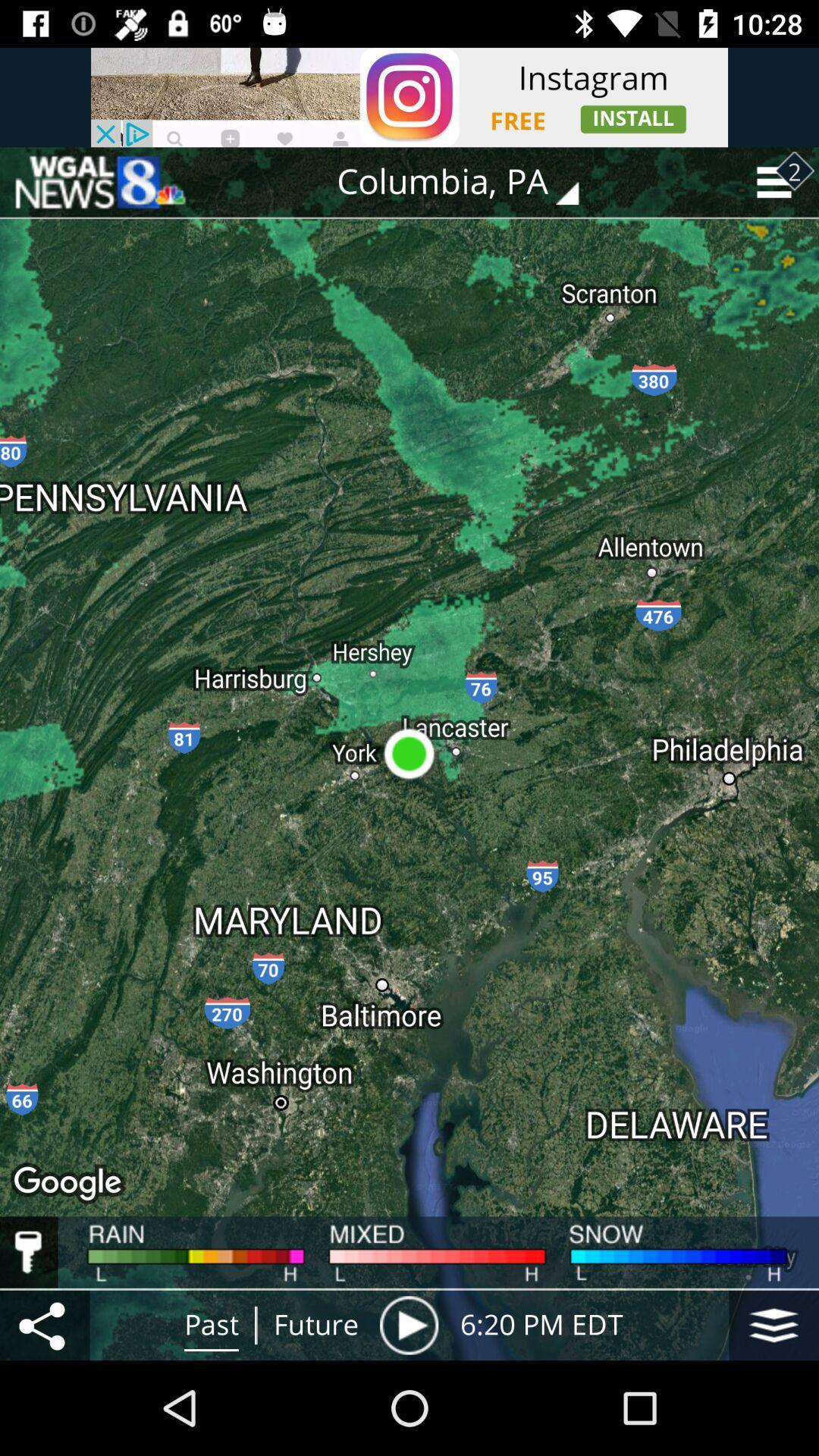 The height and width of the screenshot is (1456, 819). What do you see at coordinates (99, 182) in the screenshot?
I see `the icon next to columbia, pa` at bounding box center [99, 182].